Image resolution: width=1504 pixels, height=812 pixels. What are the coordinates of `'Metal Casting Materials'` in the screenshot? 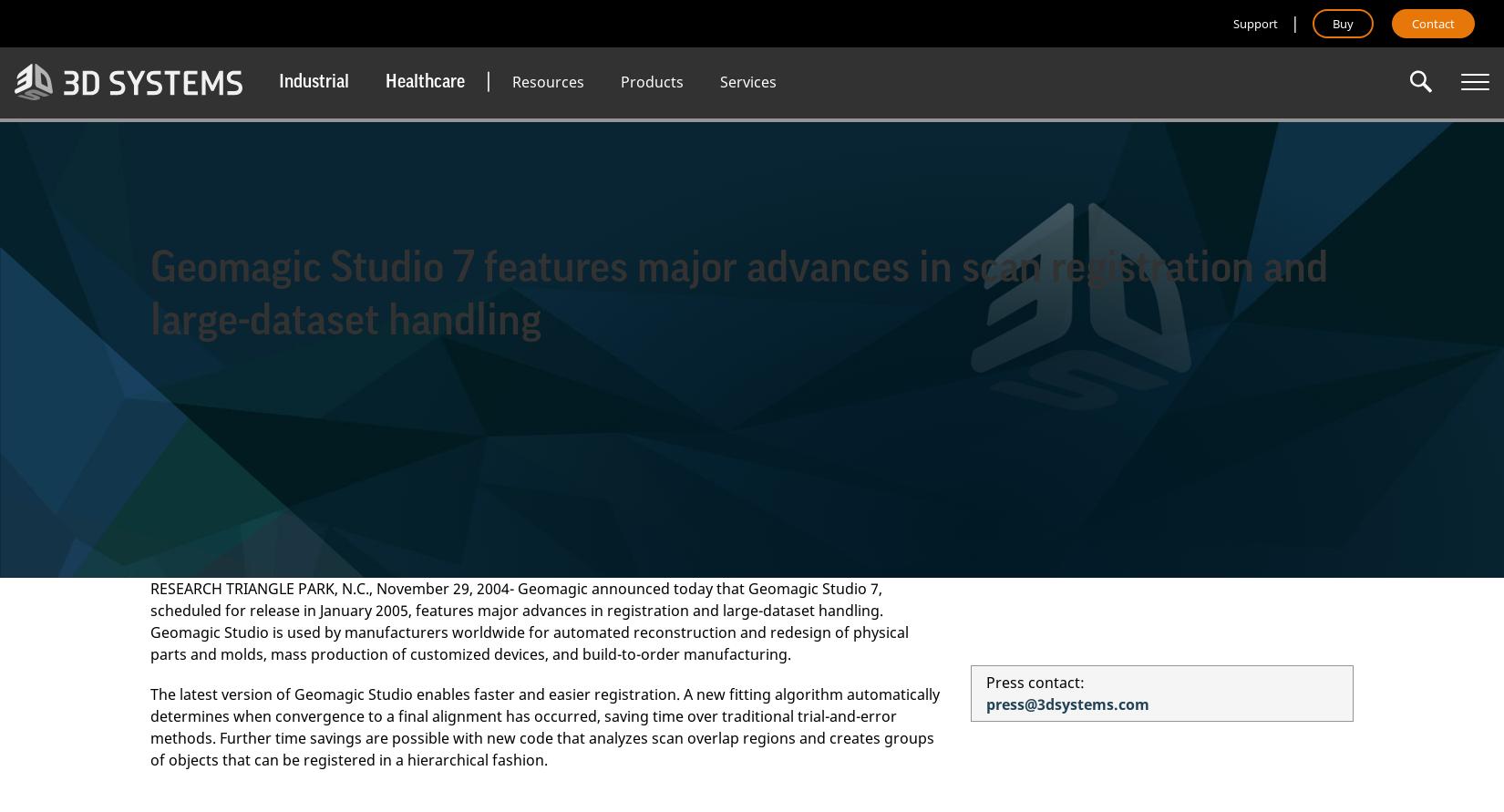 It's located at (584, 217).